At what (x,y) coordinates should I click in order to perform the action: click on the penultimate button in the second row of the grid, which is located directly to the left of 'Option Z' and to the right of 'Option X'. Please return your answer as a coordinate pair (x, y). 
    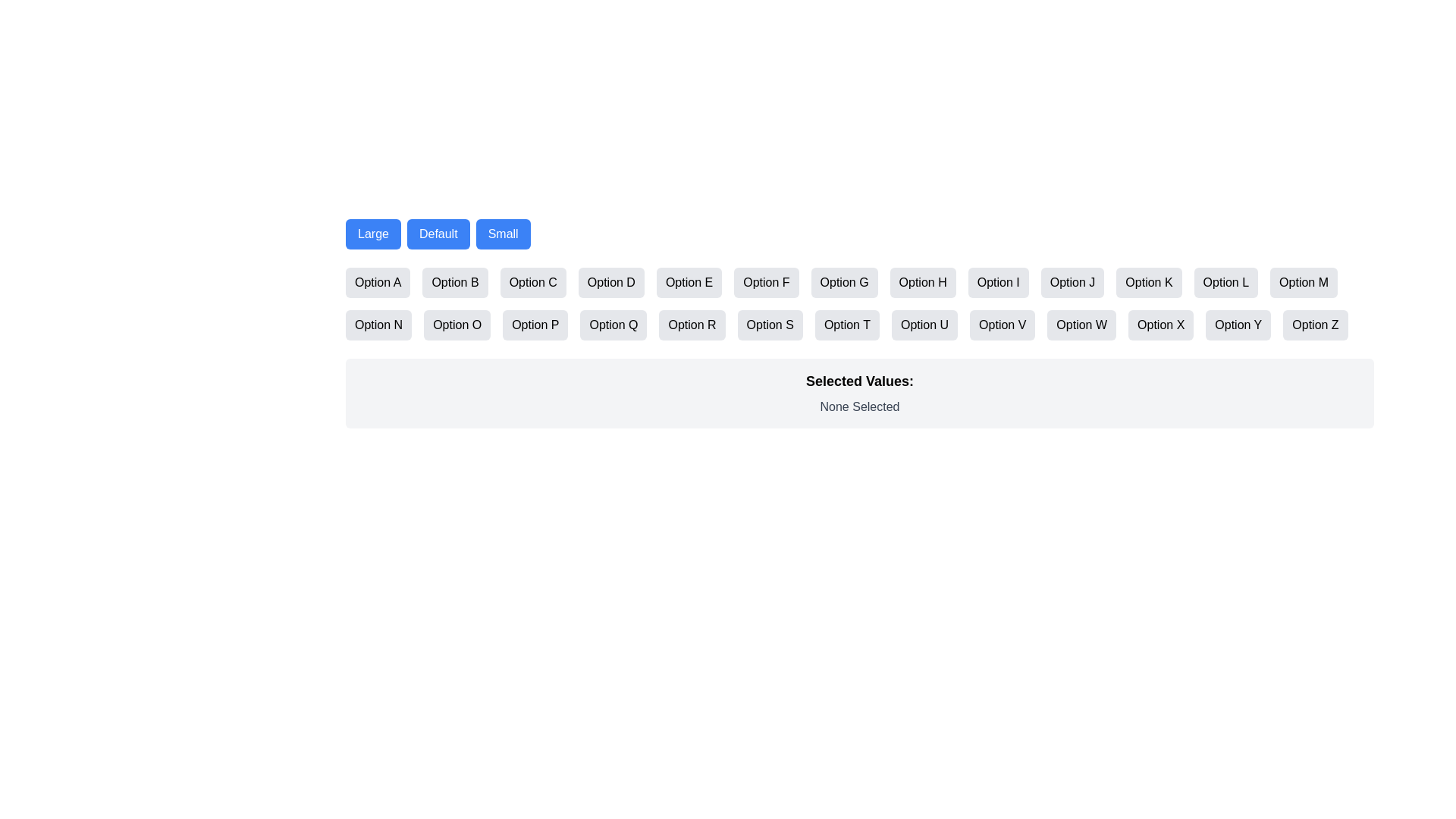
    Looking at the image, I should click on (1238, 324).